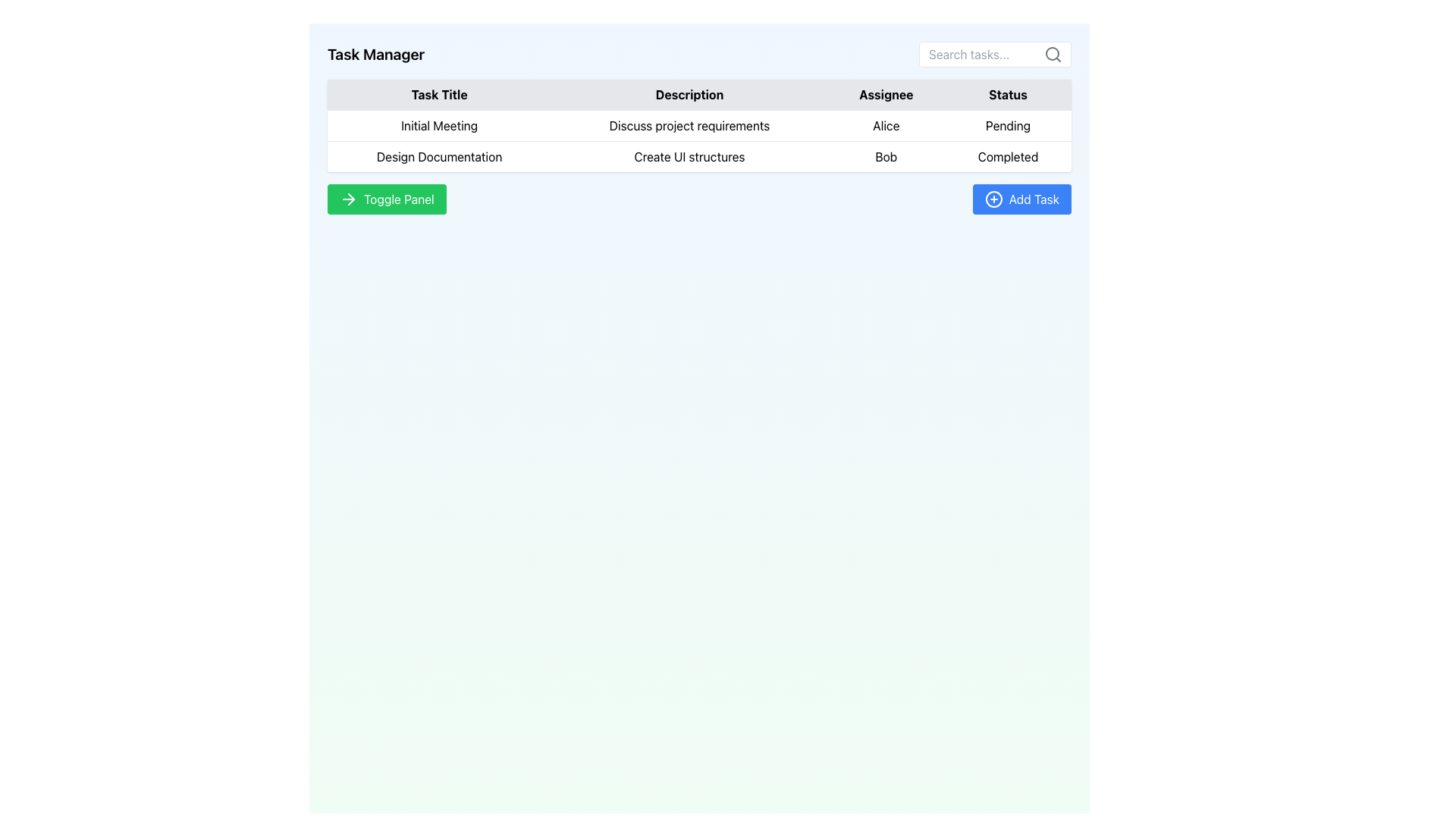 The height and width of the screenshot is (819, 1456). I want to click on the text label displaying 'Alice', which is located under the 'Assignee' heading in the task row for 'Initial Meeting', so click(886, 124).